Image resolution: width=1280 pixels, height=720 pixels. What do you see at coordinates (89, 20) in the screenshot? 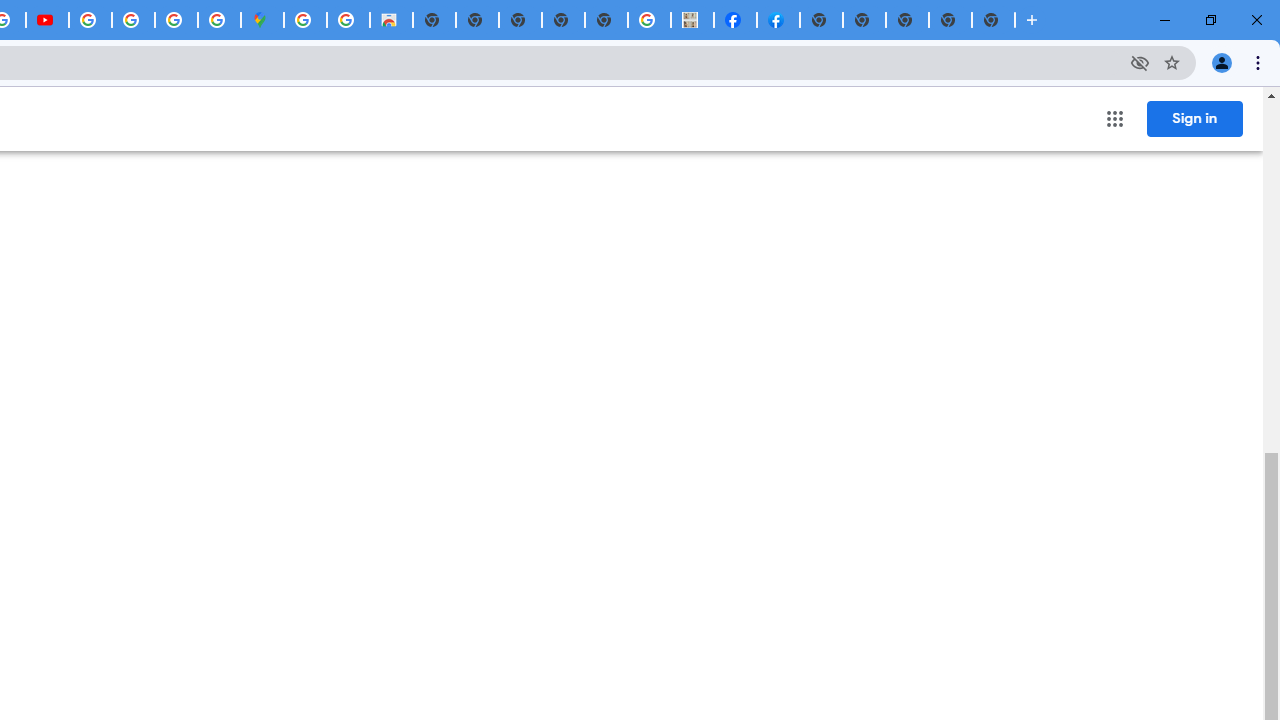
I see `'How Chrome protects your passwords - Google Chrome Help'` at bounding box center [89, 20].